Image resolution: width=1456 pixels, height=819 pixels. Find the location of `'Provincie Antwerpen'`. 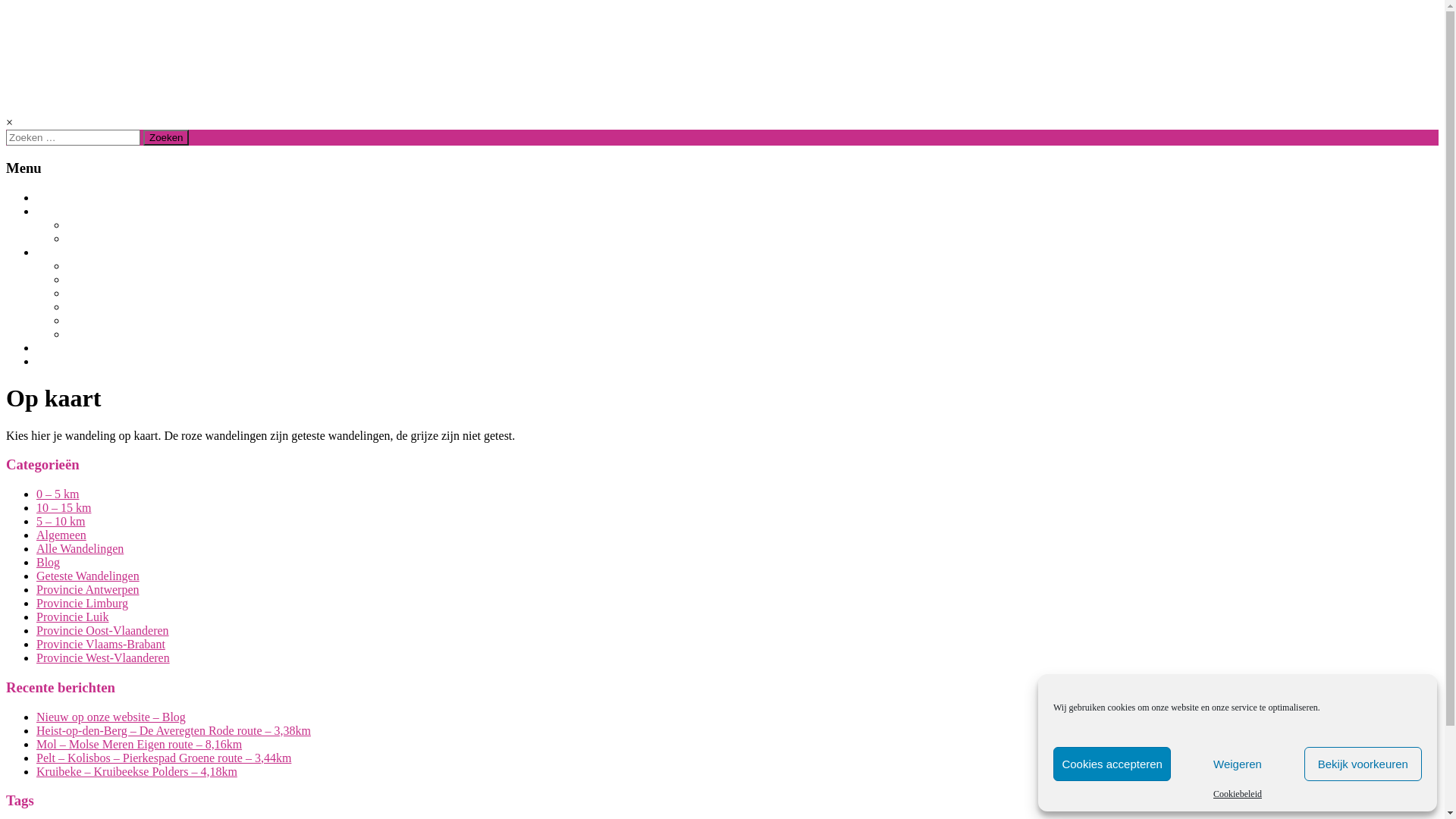

'Provincie Antwerpen' is located at coordinates (86, 588).